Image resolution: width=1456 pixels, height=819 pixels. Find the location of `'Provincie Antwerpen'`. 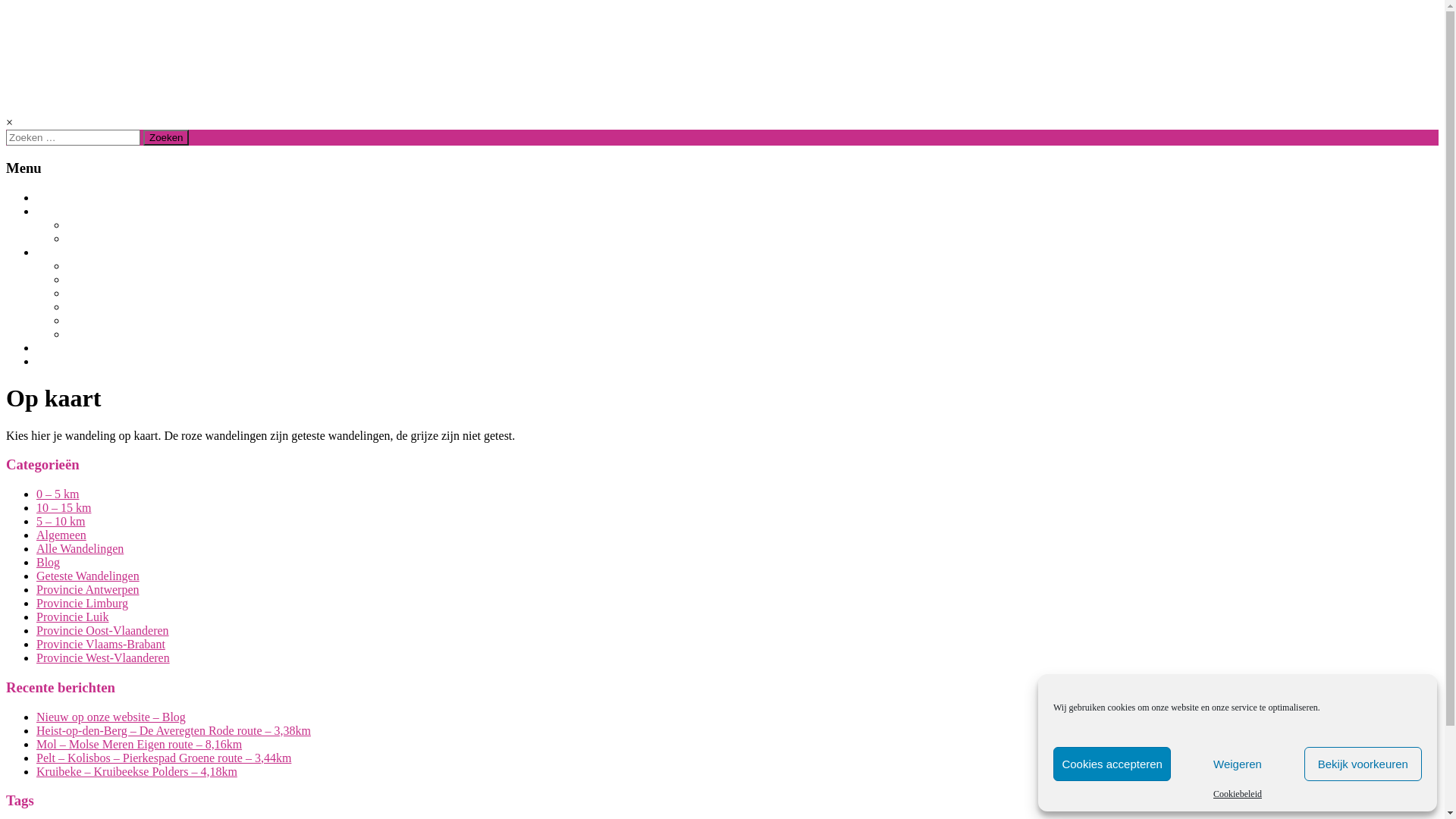

'Provincie Antwerpen' is located at coordinates (86, 588).